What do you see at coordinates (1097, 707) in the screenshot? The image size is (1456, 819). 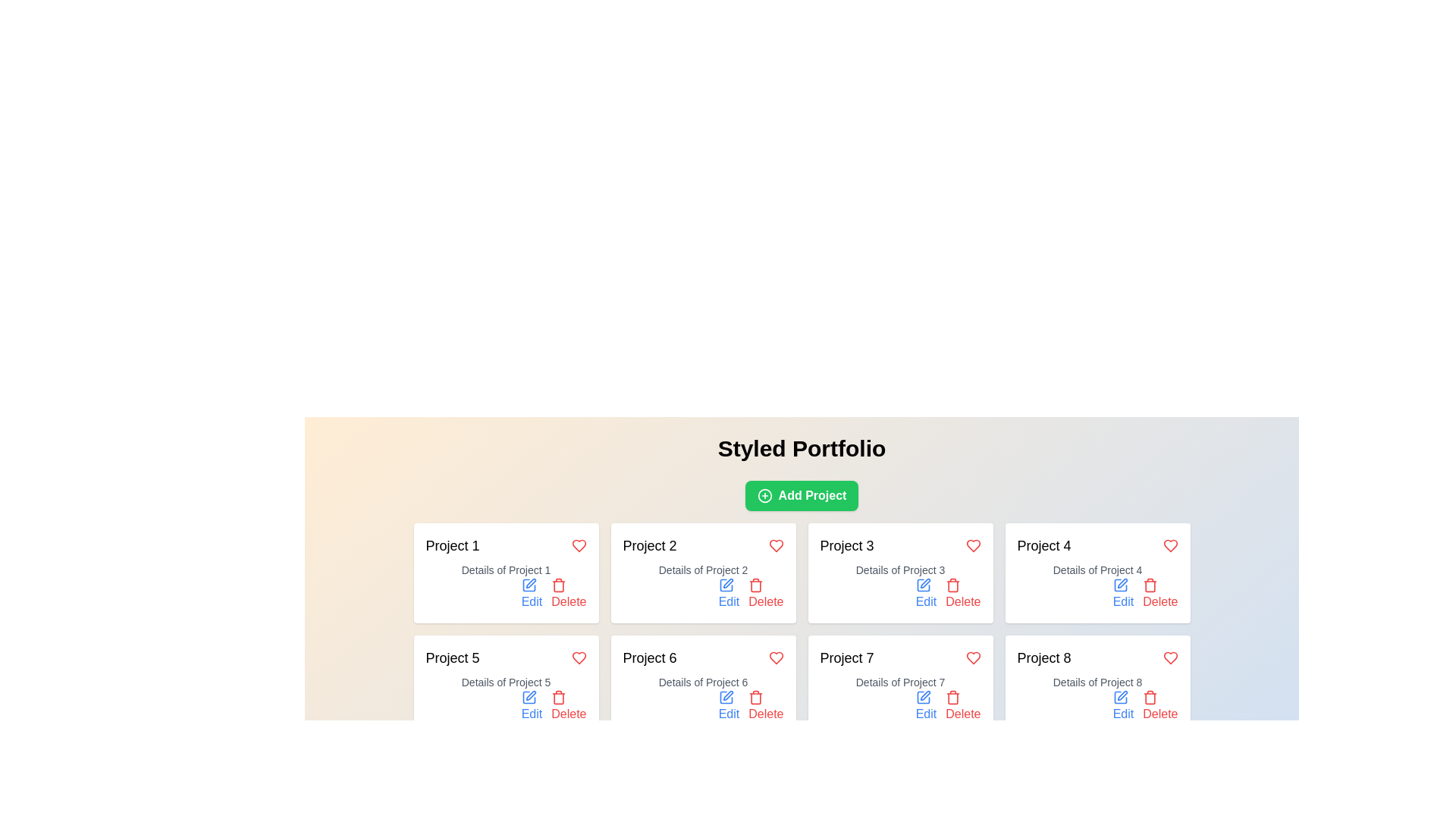 I see `the 'Edit' button, which is styled in blue and located within the composite of two buttons at the bottom-right corner of the card labeled 'Project 8'` at bounding box center [1097, 707].